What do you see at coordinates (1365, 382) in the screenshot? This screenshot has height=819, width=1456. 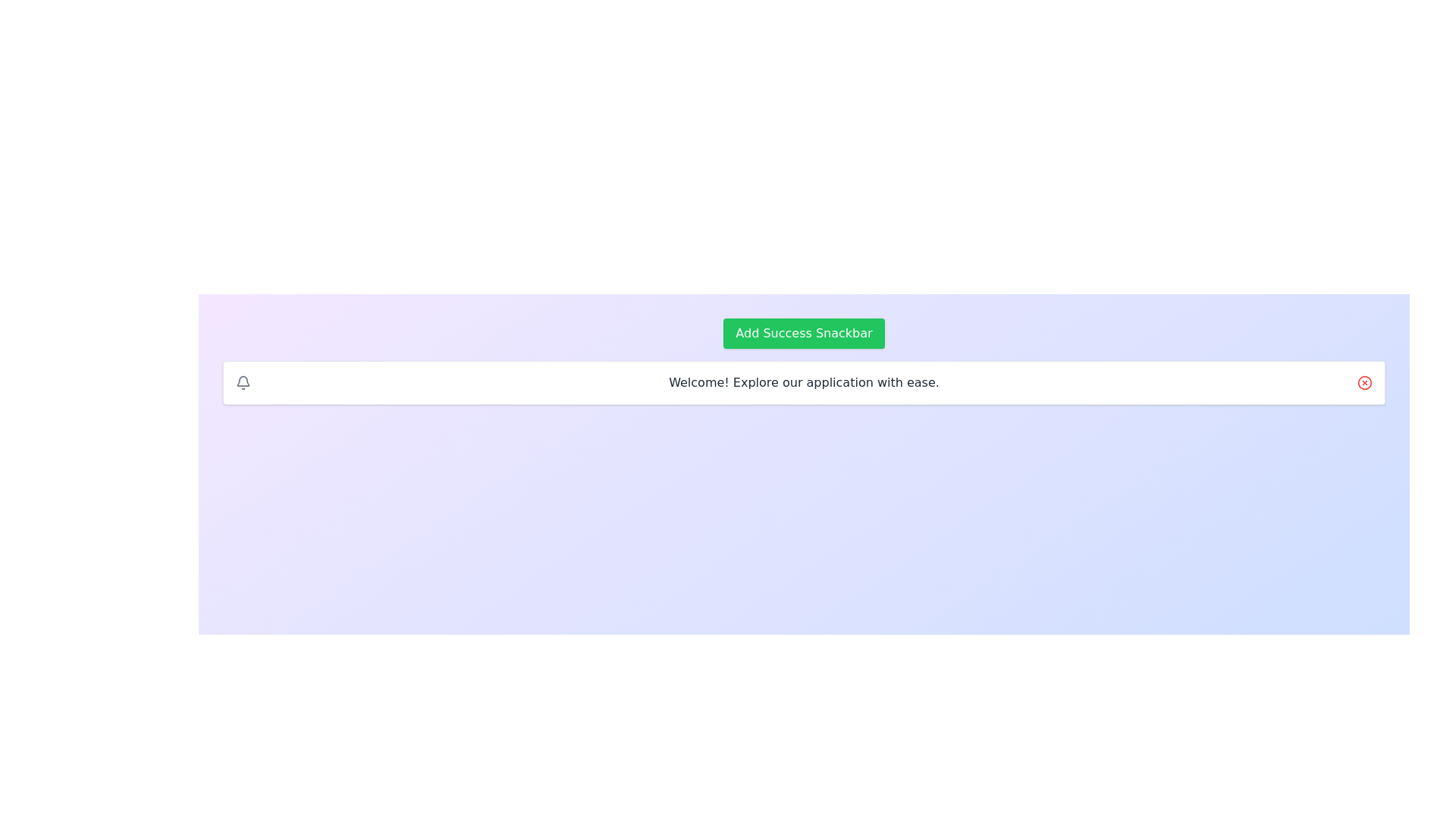 I see `the close button of the snackbar` at bounding box center [1365, 382].